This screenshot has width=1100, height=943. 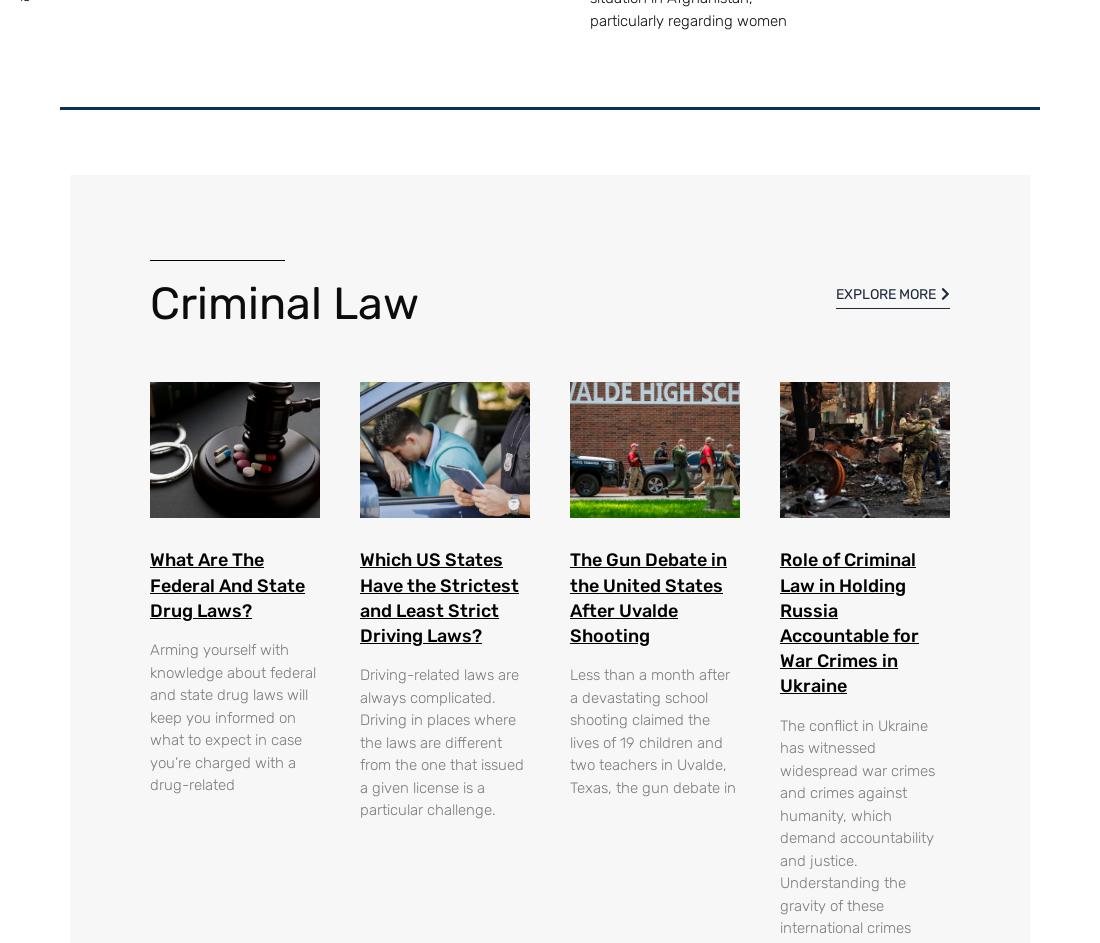 What do you see at coordinates (440, 742) in the screenshot?
I see `'Driving-related laws are always complicated. Driving in places where the laws are different from the one that issued a given license is a particular challenge.'` at bounding box center [440, 742].